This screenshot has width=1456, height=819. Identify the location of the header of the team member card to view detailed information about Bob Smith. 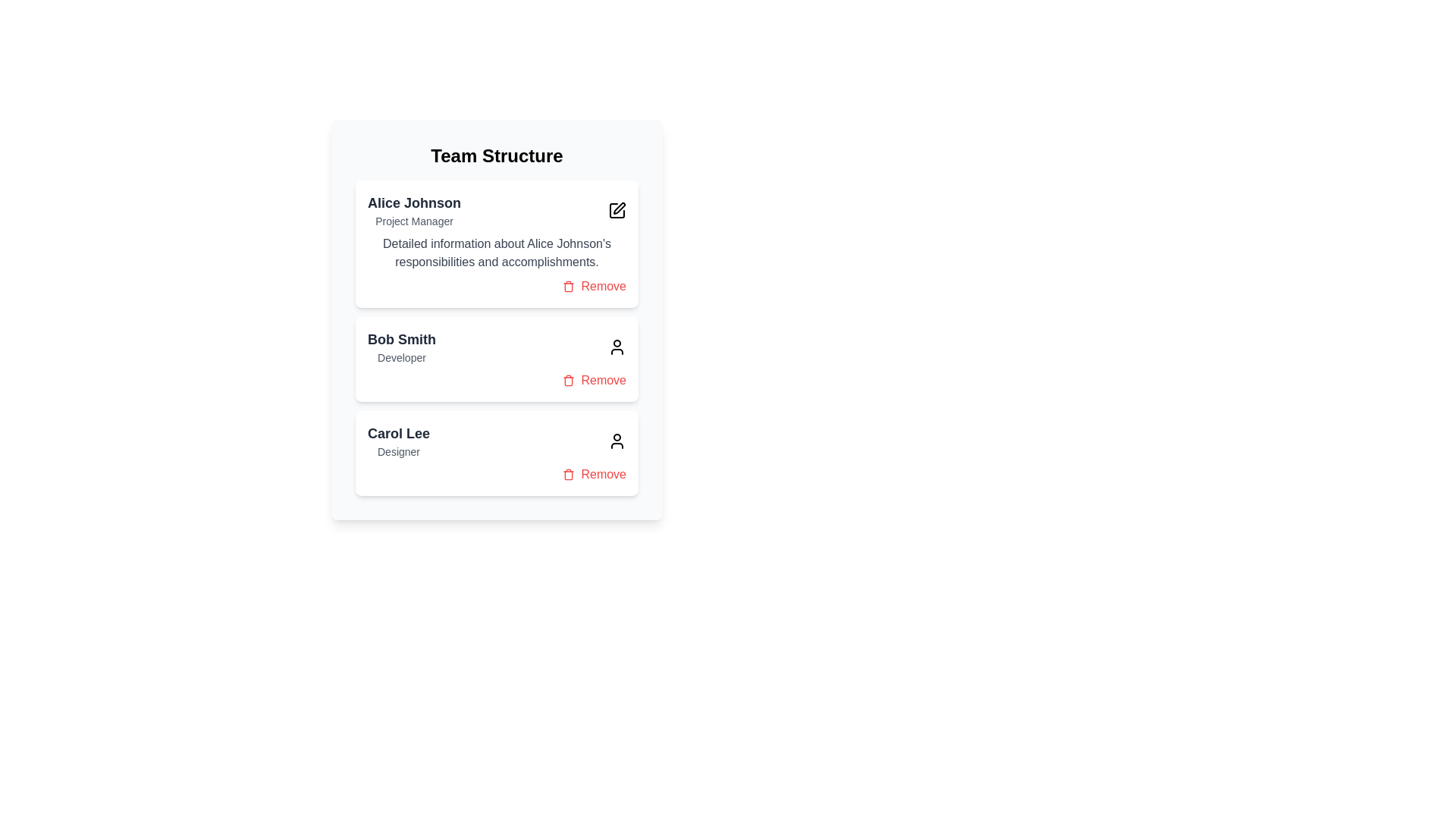
(497, 347).